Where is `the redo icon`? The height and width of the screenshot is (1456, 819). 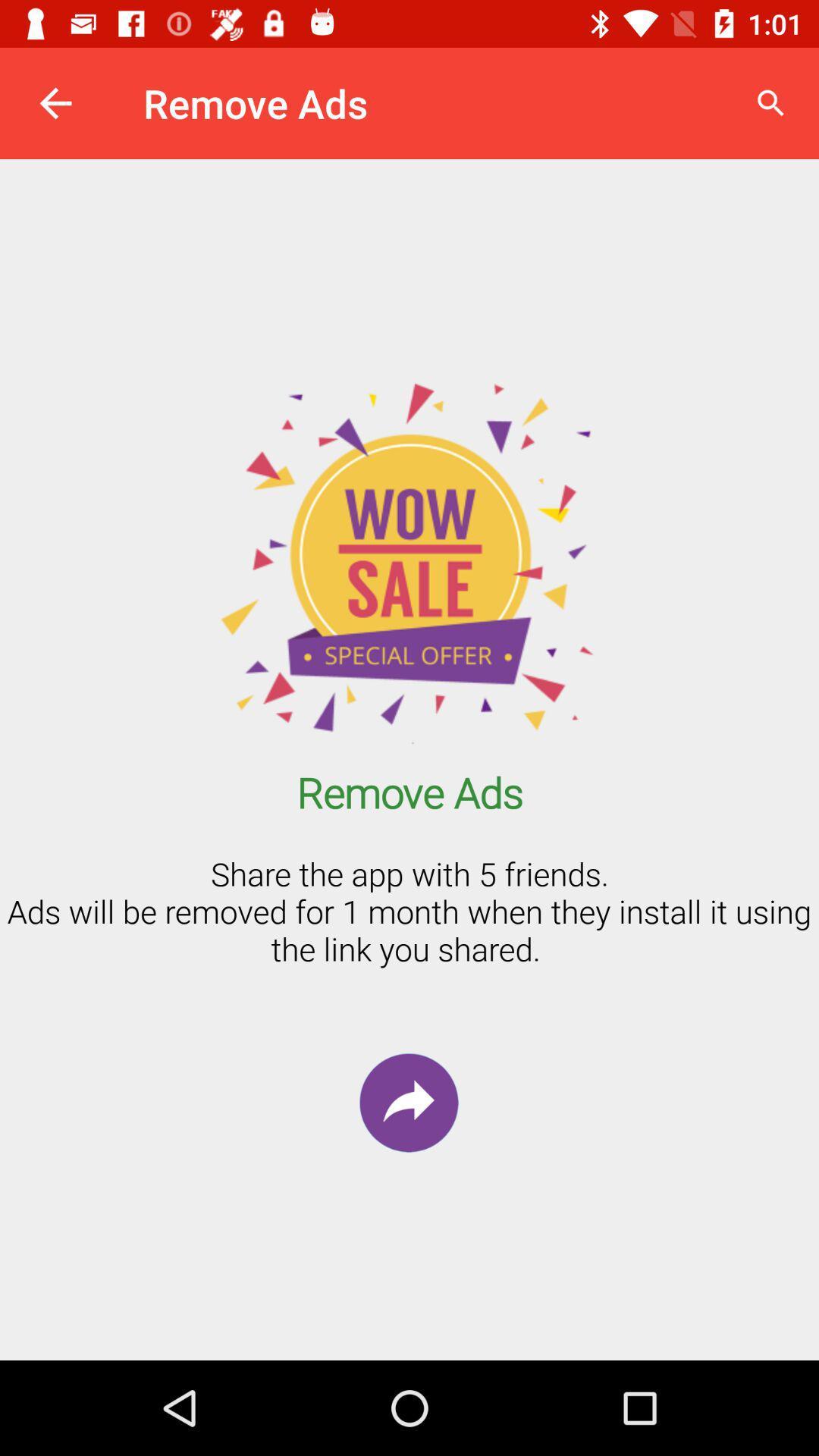
the redo icon is located at coordinates (408, 1103).